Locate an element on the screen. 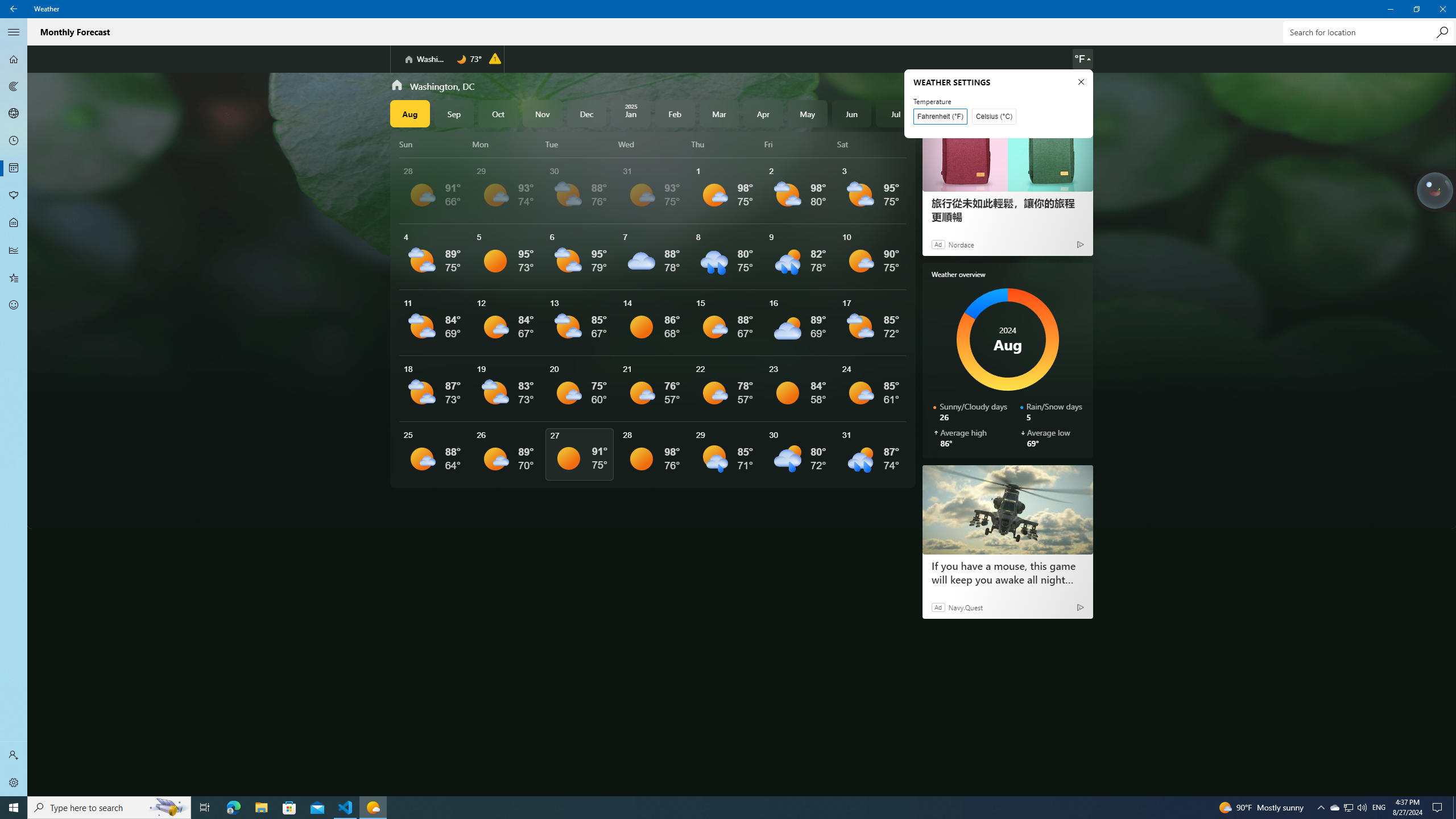 This screenshot has width=1456, height=819. 'Back' is located at coordinates (14, 9).